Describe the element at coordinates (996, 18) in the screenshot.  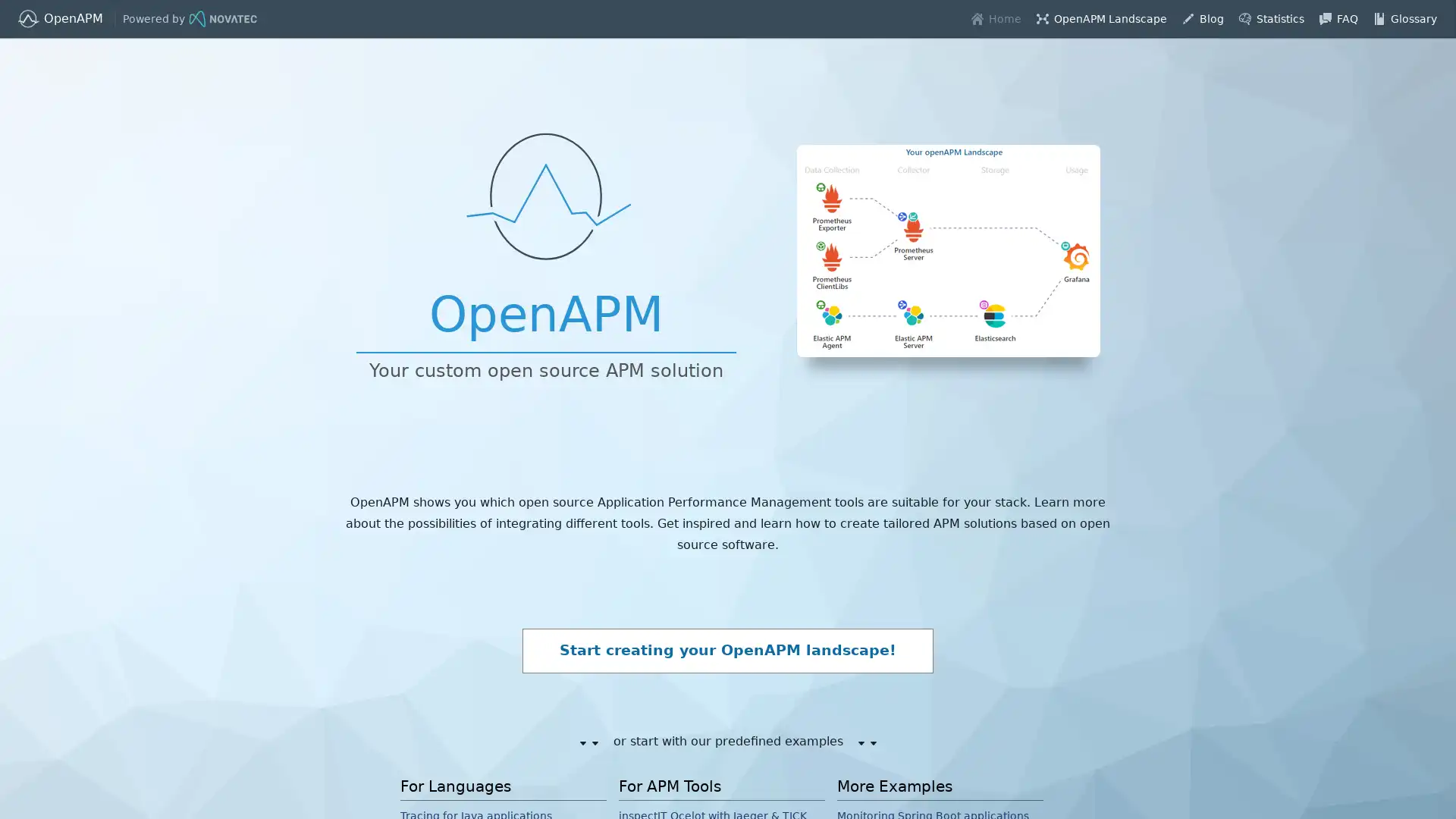
I see `home Home` at that location.